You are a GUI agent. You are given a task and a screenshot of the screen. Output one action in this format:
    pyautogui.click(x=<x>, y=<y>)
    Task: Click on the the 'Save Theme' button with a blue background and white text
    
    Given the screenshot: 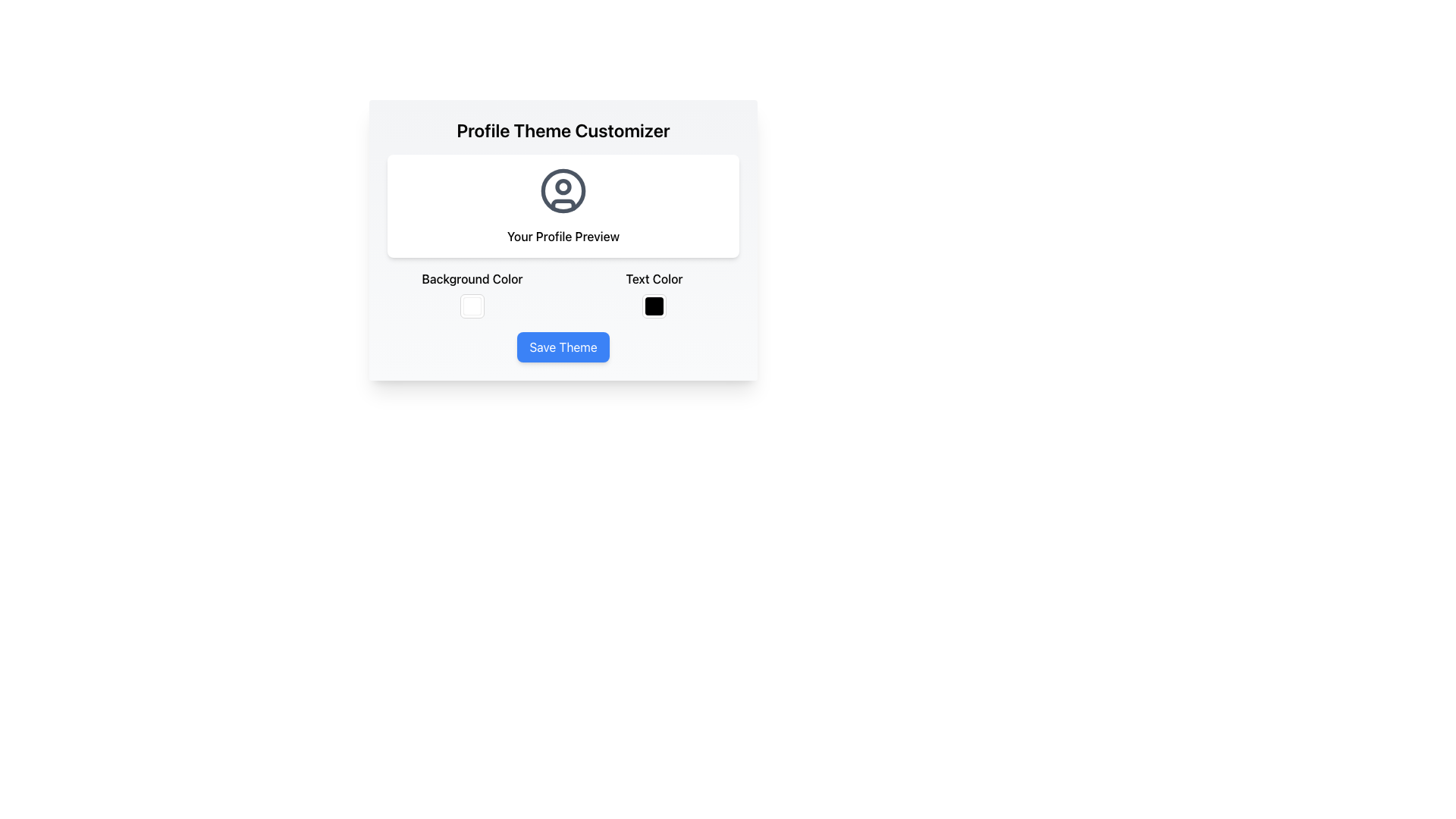 What is the action you would take?
    pyautogui.click(x=563, y=347)
    